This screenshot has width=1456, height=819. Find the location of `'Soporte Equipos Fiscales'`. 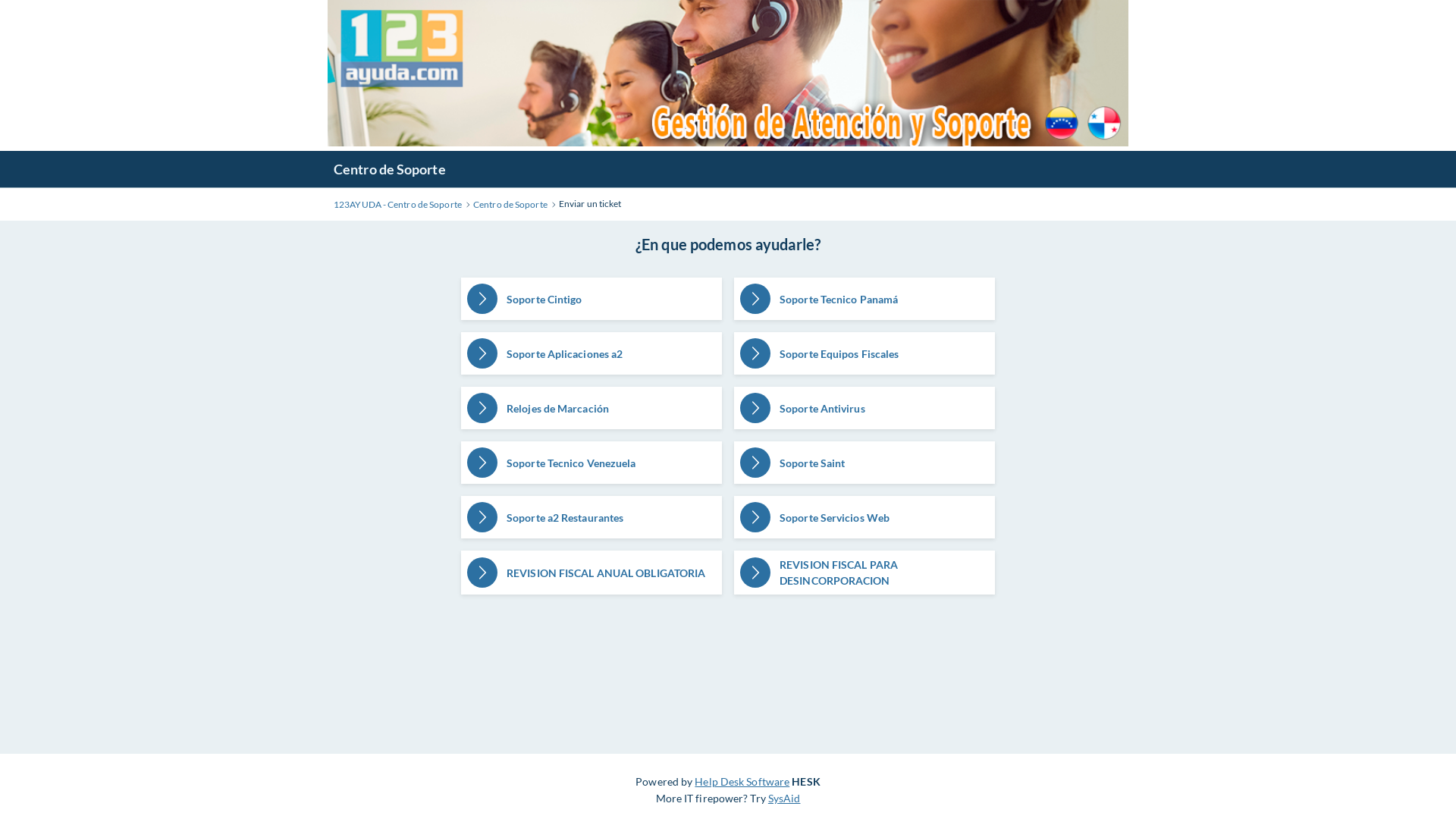

'Soporte Equipos Fiscales' is located at coordinates (864, 353).